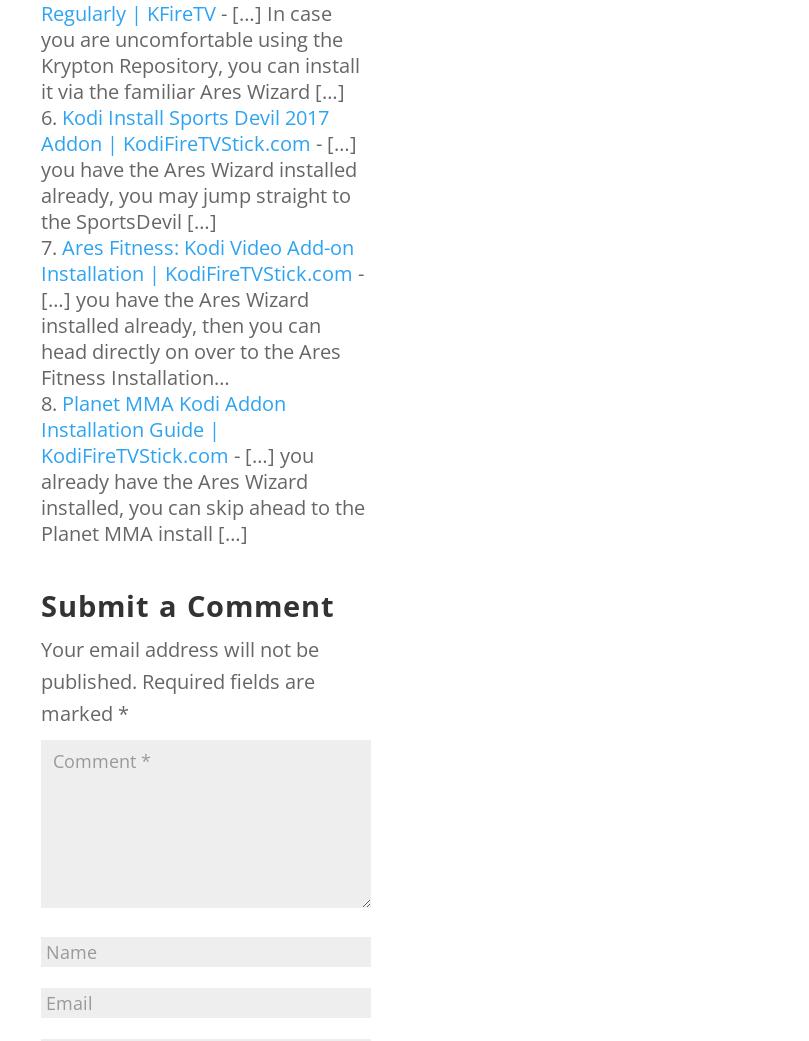 This screenshot has height=1041, width=809. I want to click on '- […] you have the Ares Wizard installed already, you may jump straight to the SportsDevil […]', so click(198, 181).